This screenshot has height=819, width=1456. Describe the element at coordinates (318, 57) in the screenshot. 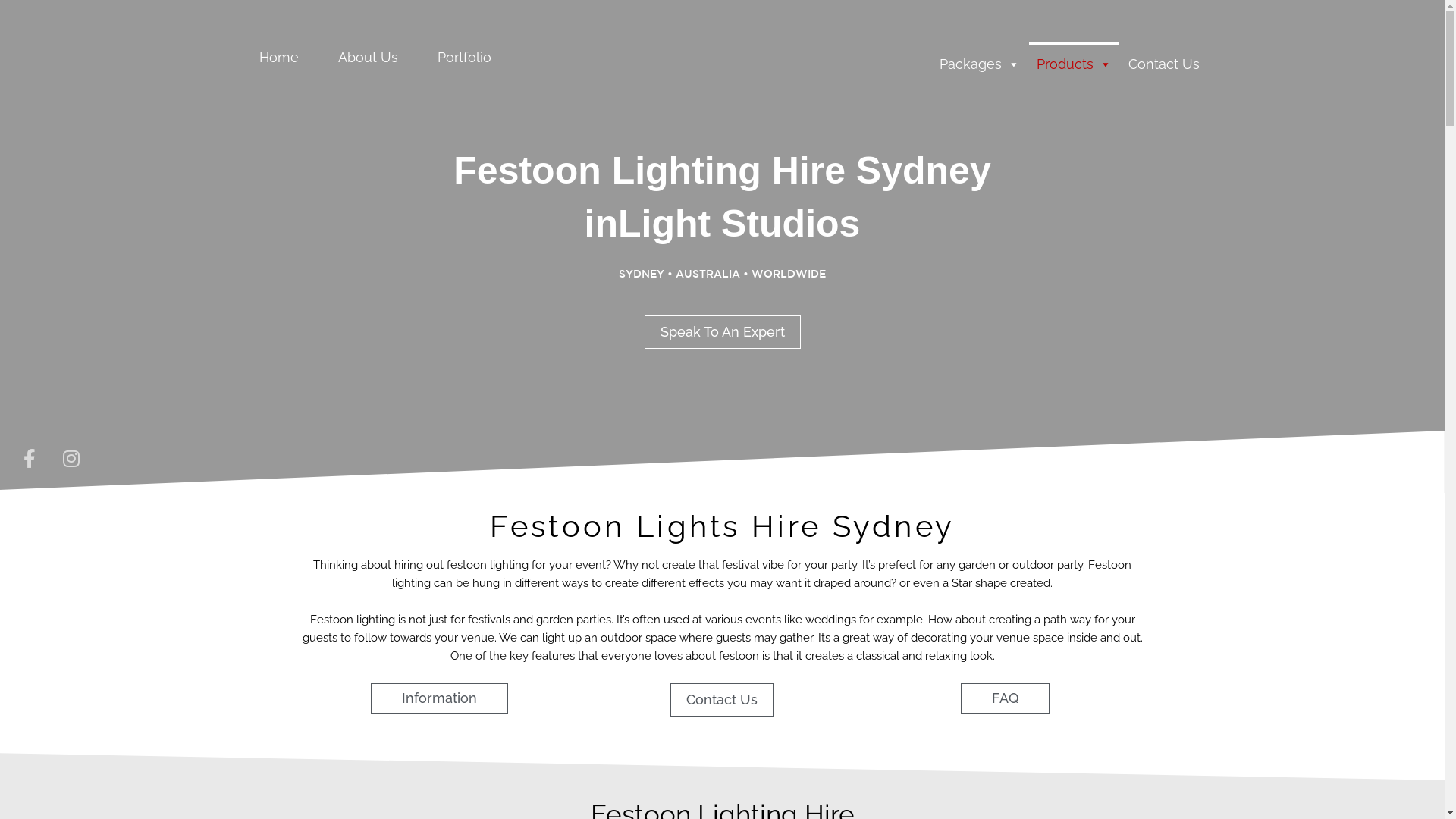

I see `'About Us'` at that location.